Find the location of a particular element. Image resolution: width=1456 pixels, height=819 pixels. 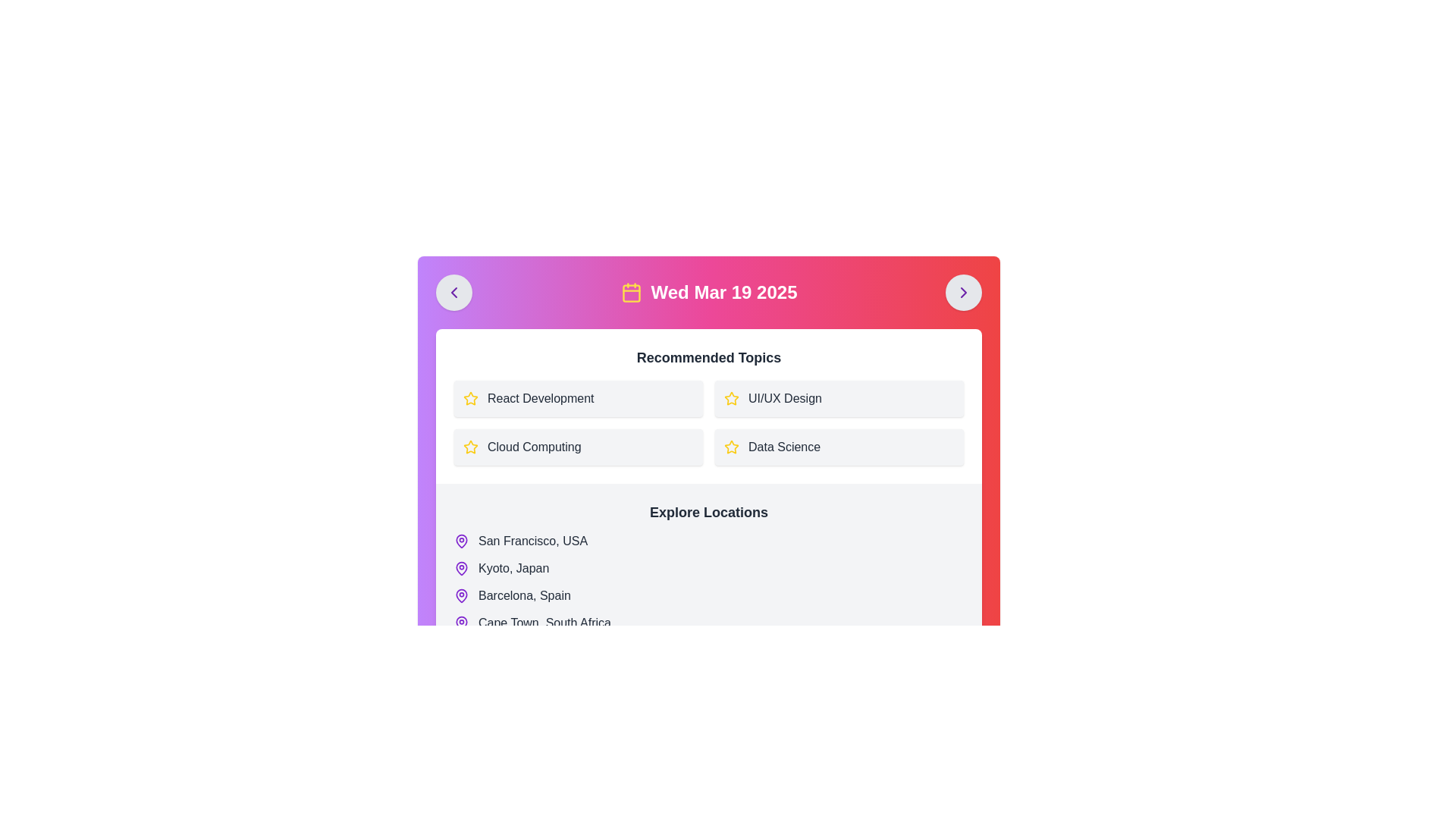

the purple right-pointing chevron icon inside the gray circular button located at the top-right corner of the layout is located at coordinates (963, 292).